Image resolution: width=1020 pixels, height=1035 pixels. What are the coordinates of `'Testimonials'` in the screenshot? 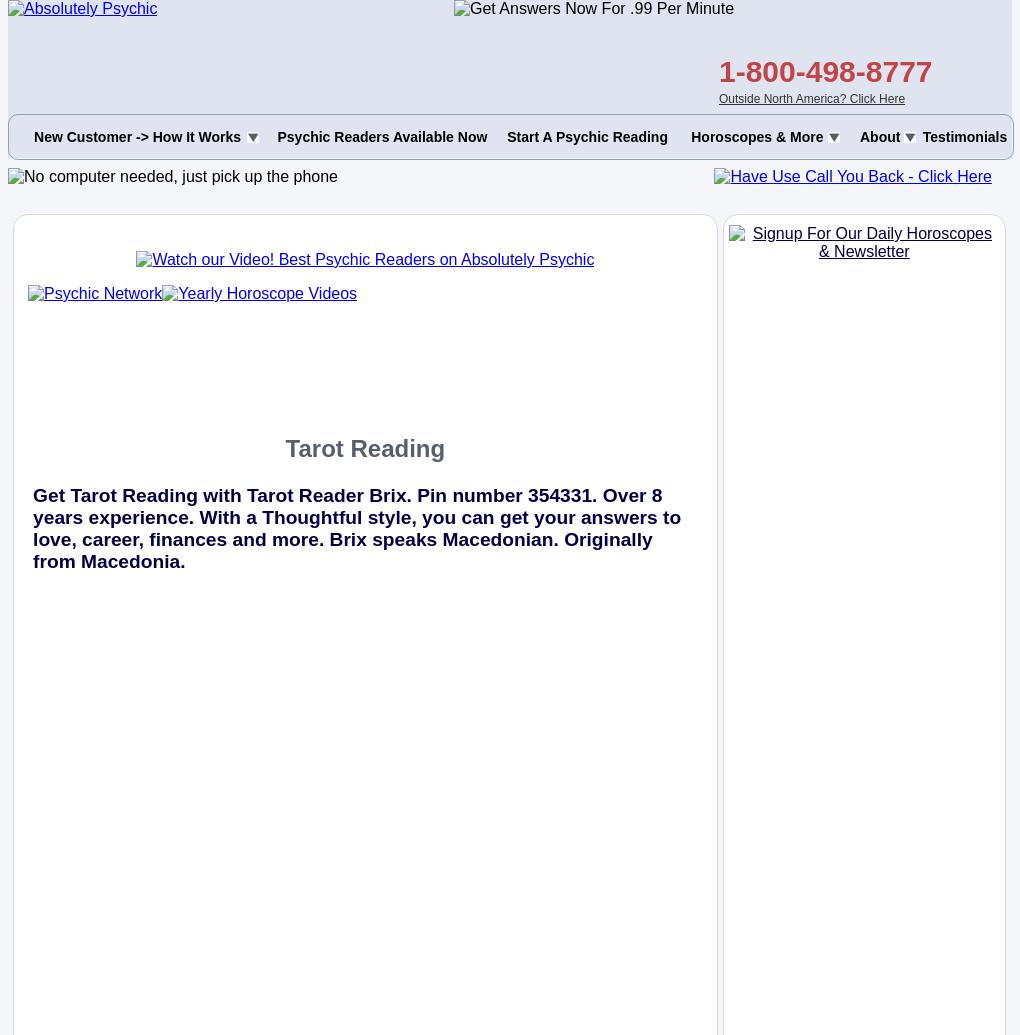 It's located at (963, 137).